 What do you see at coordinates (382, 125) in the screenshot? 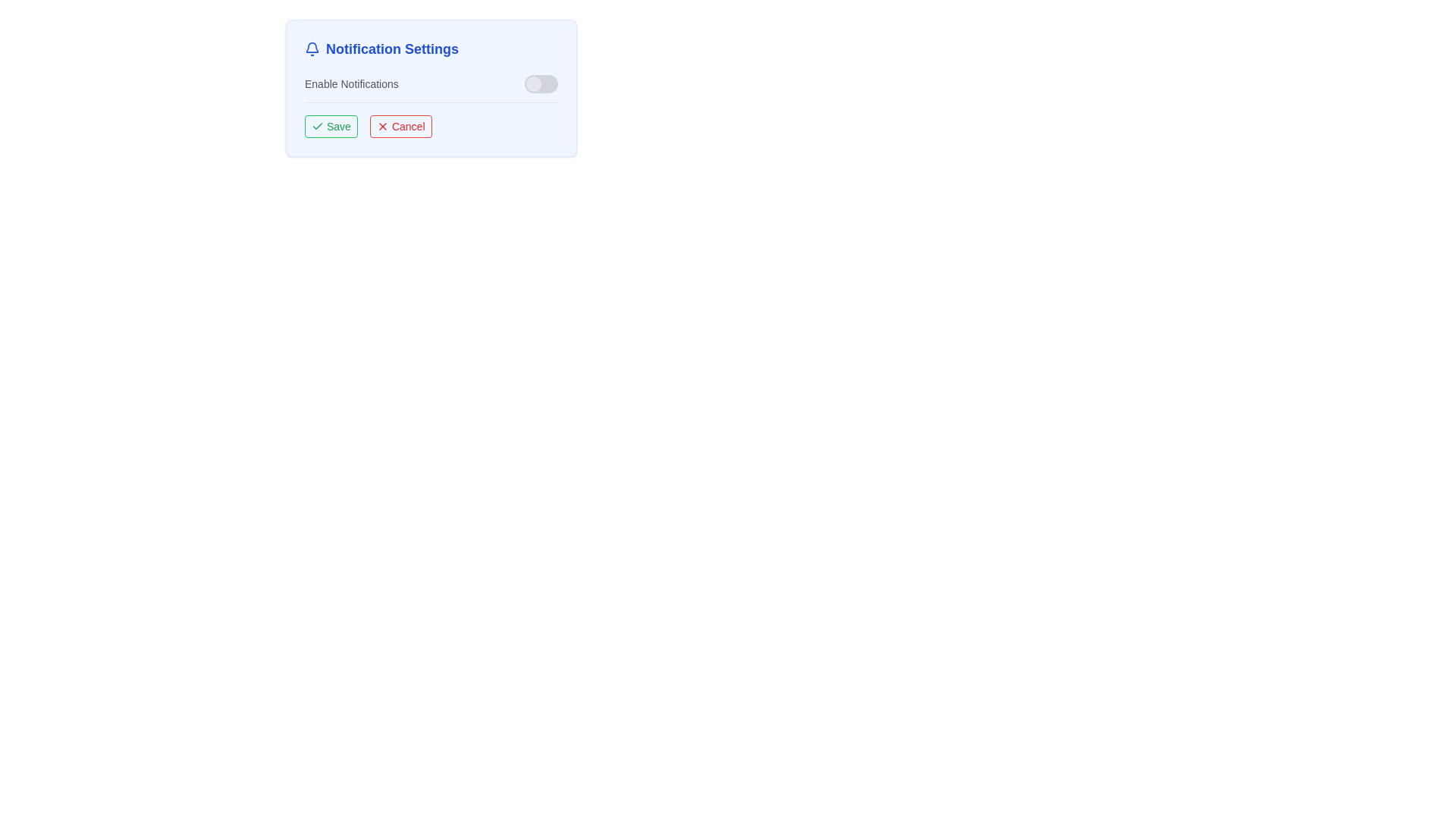
I see `the small red 'X' icon that is part of the 'Cancel' button in the settings interface` at bounding box center [382, 125].